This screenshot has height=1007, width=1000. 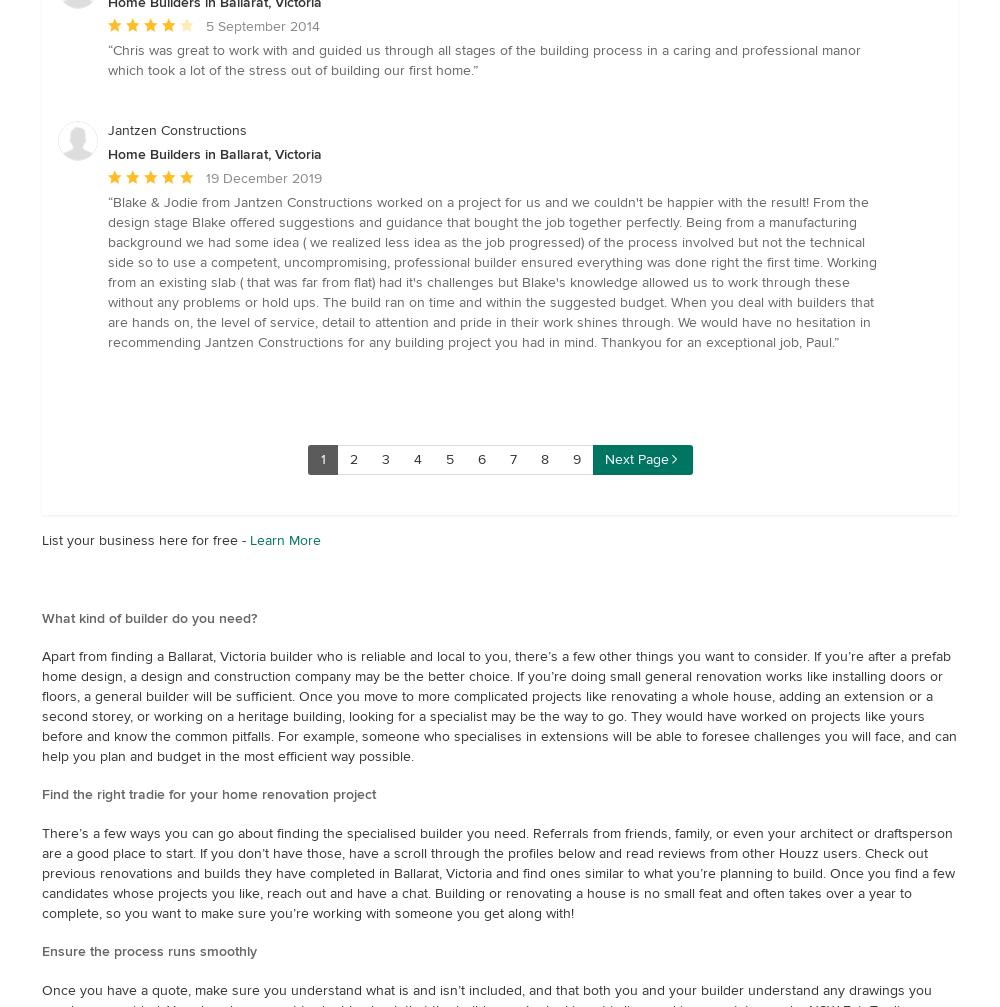 I want to click on '8', so click(x=544, y=458).